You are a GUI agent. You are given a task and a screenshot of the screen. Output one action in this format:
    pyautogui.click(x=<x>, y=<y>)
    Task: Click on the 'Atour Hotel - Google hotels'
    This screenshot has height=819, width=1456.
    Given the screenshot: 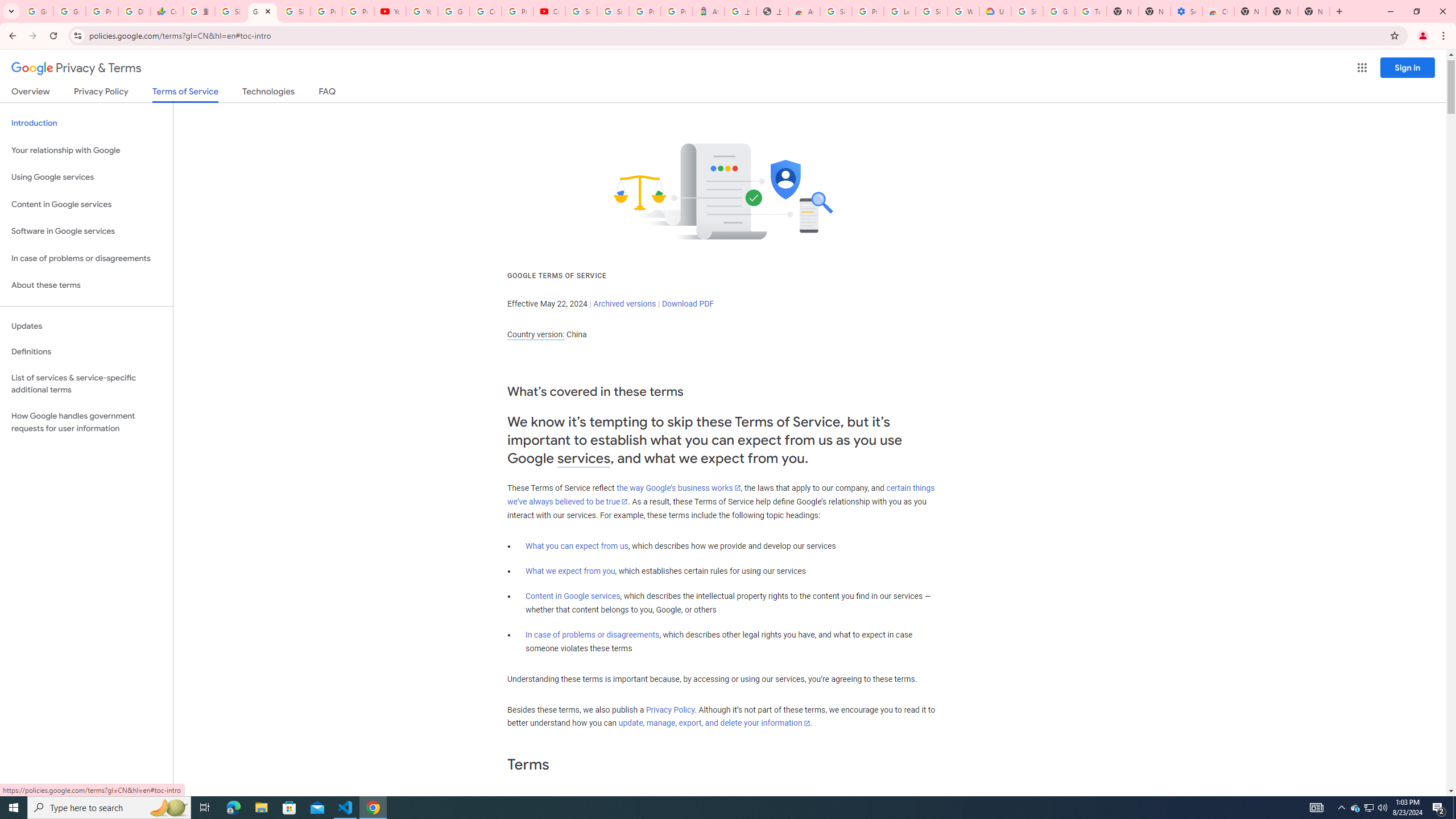 What is the action you would take?
    pyautogui.click(x=708, y=11)
    